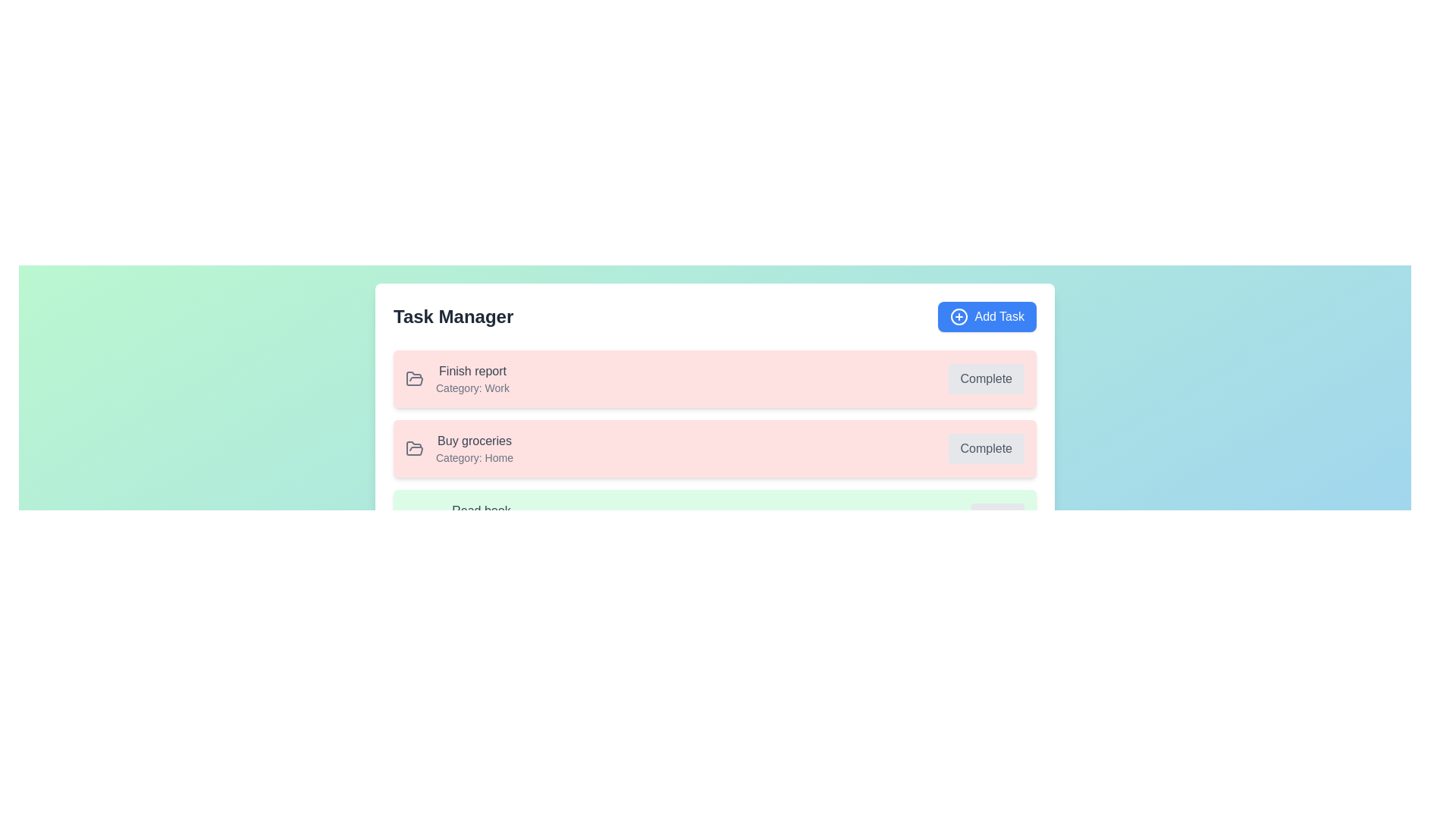 The height and width of the screenshot is (819, 1456). Describe the element at coordinates (457, 378) in the screenshot. I see `the text label with an icon in the first task card` at that location.